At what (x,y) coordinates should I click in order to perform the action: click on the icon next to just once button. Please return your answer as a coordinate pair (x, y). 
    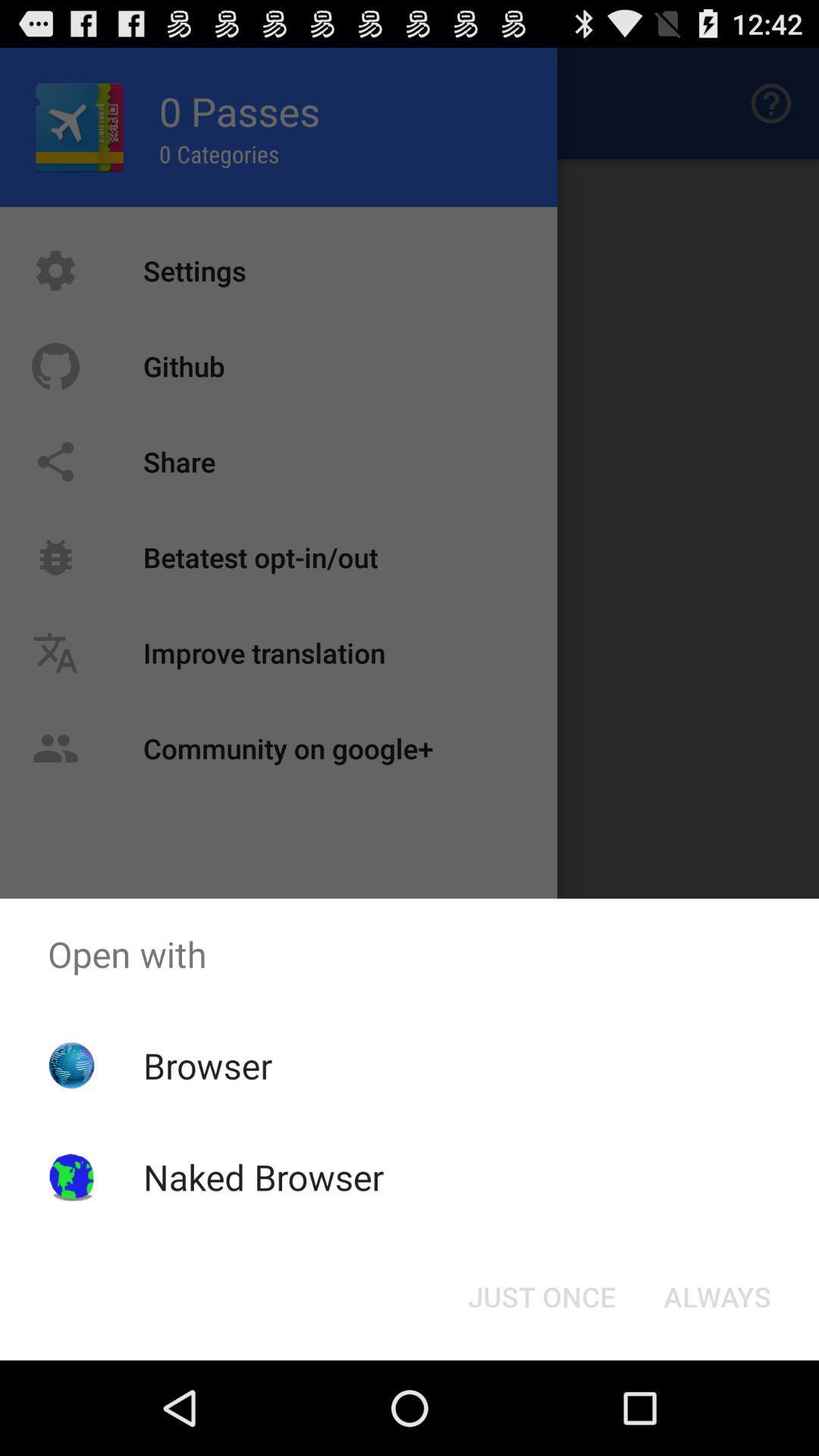
    Looking at the image, I should click on (717, 1295).